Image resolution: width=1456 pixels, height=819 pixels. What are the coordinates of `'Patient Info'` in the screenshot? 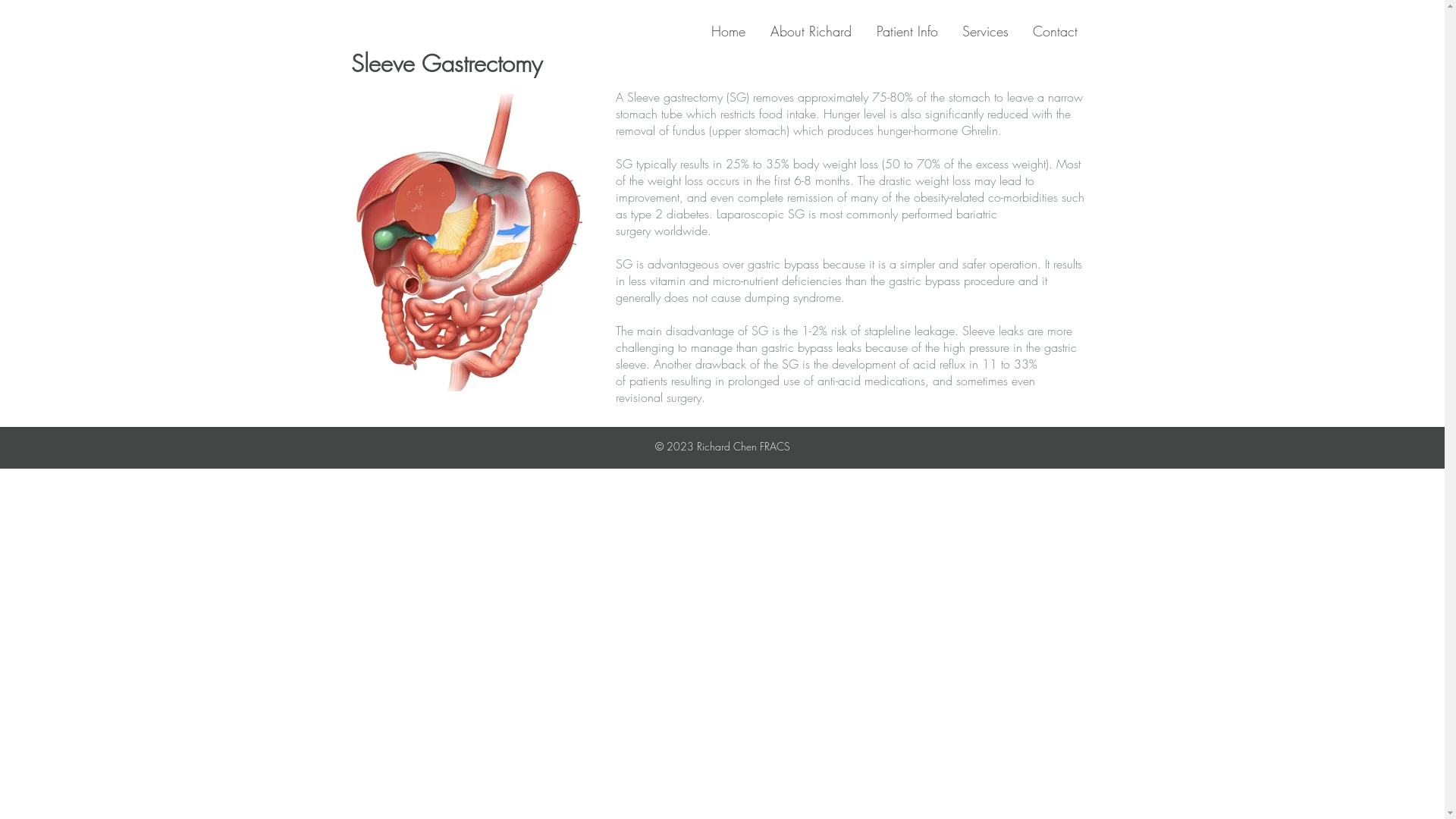 It's located at (869, 31).